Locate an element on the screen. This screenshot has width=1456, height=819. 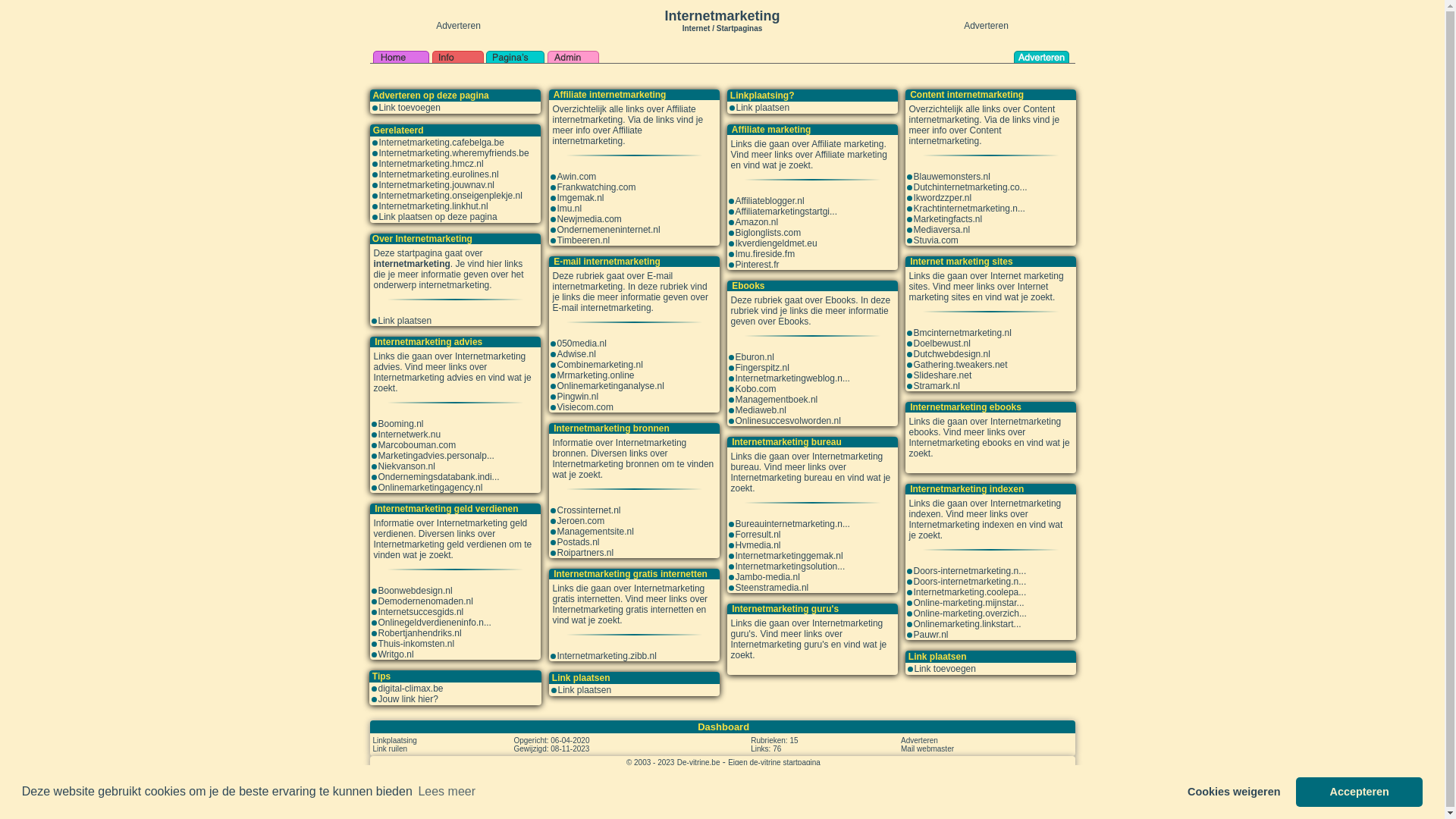
'Link toevoegen' is located at coordinates (409, 107).